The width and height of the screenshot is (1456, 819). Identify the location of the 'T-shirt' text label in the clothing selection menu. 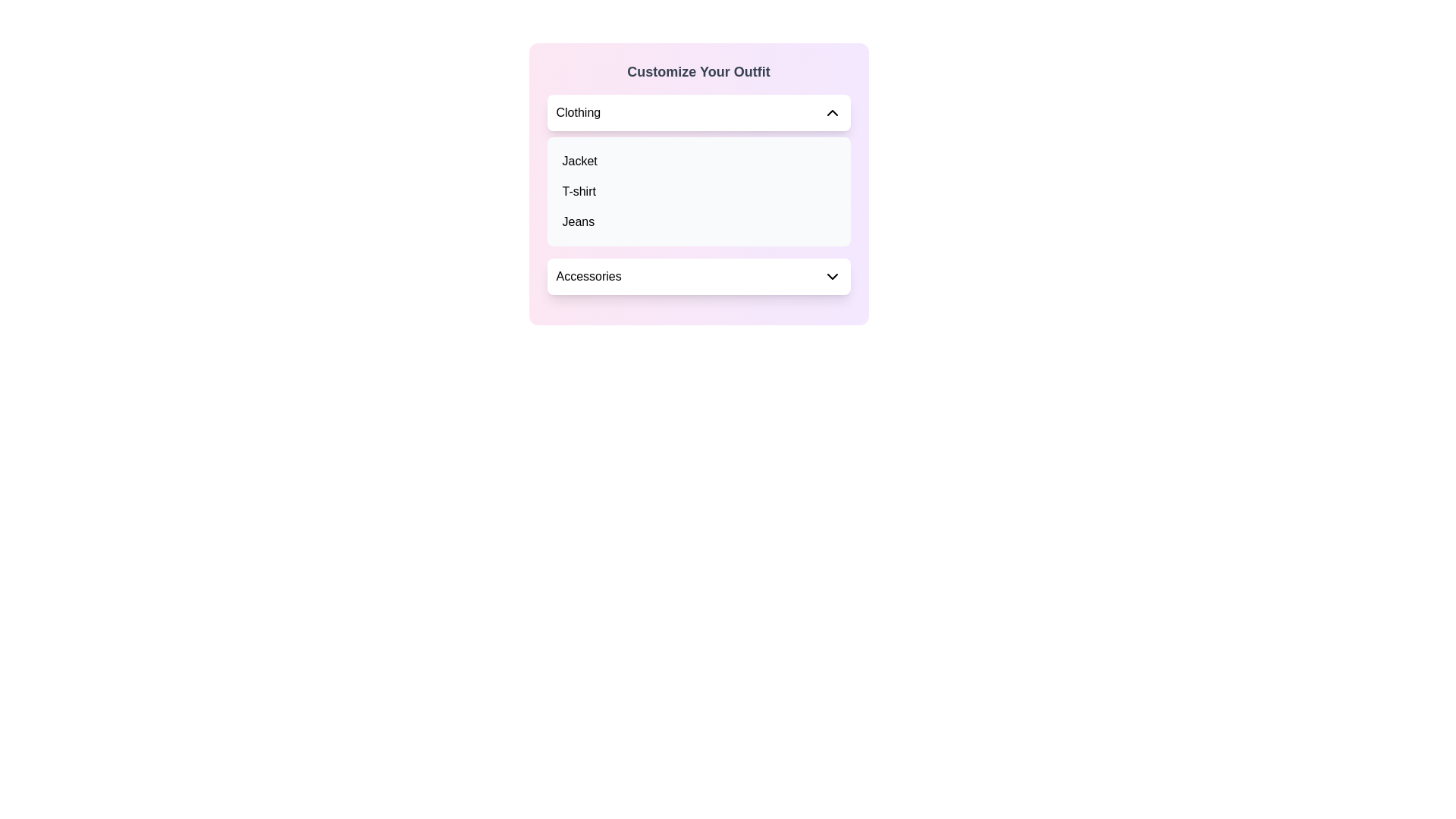
(578, 191).